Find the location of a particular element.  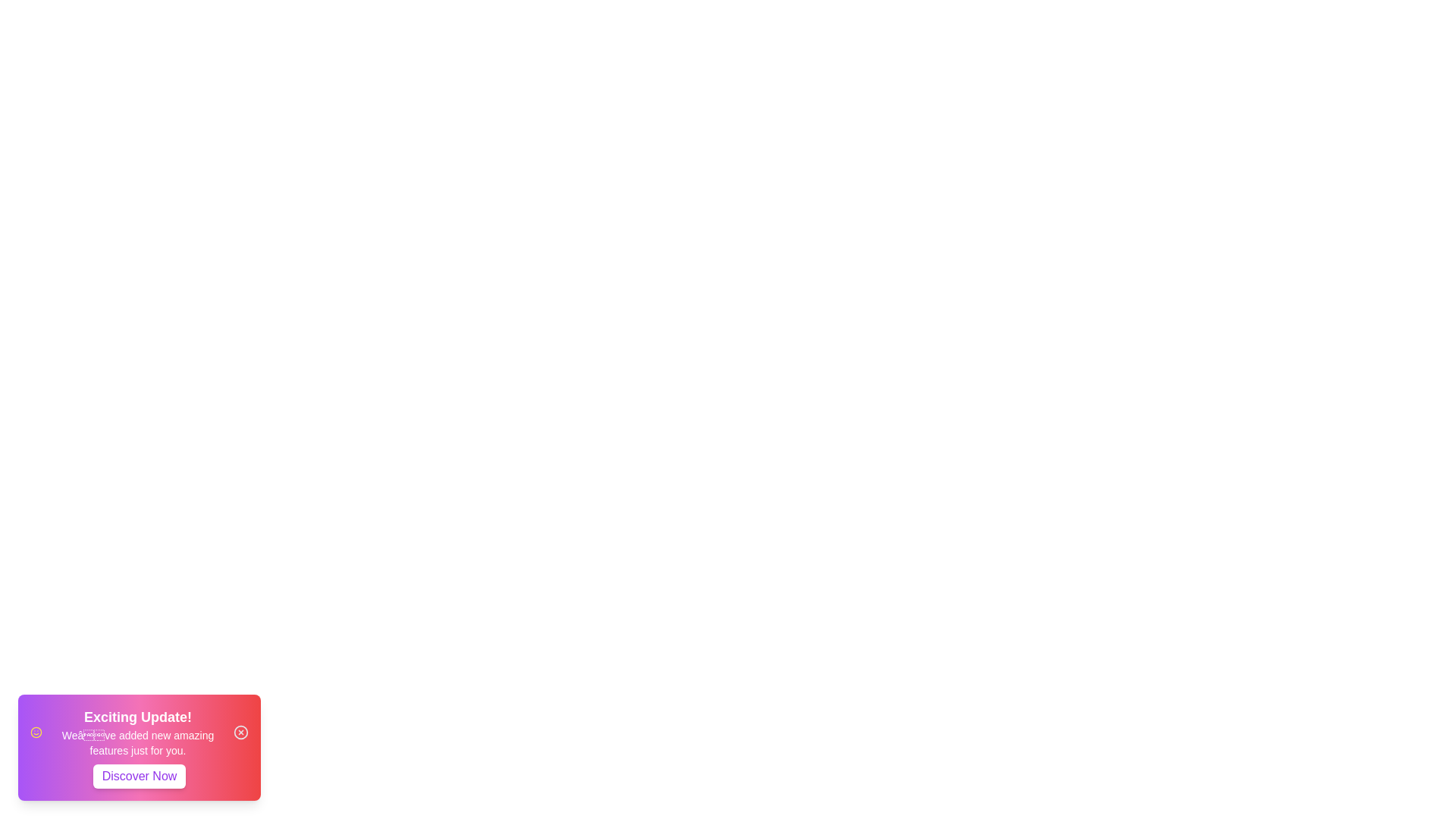

the 'Discover Now' button to trigger the action is located at coordinates (139, 776).